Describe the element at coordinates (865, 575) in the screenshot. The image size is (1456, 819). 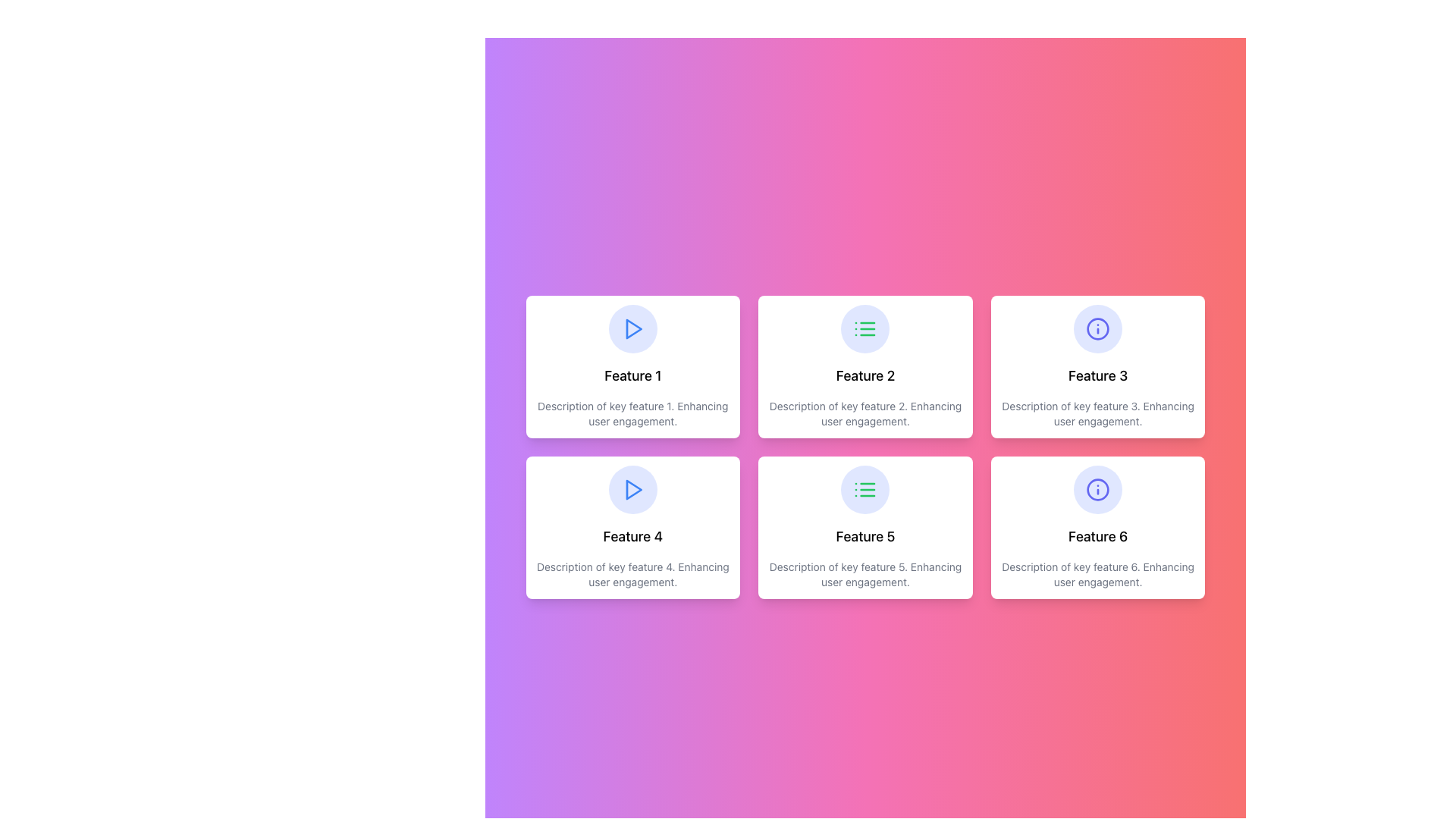
I see `descriptive information text located within the card labeled 'Feature 5', which is positioned in the second row, second column of a grid layout` at that location.